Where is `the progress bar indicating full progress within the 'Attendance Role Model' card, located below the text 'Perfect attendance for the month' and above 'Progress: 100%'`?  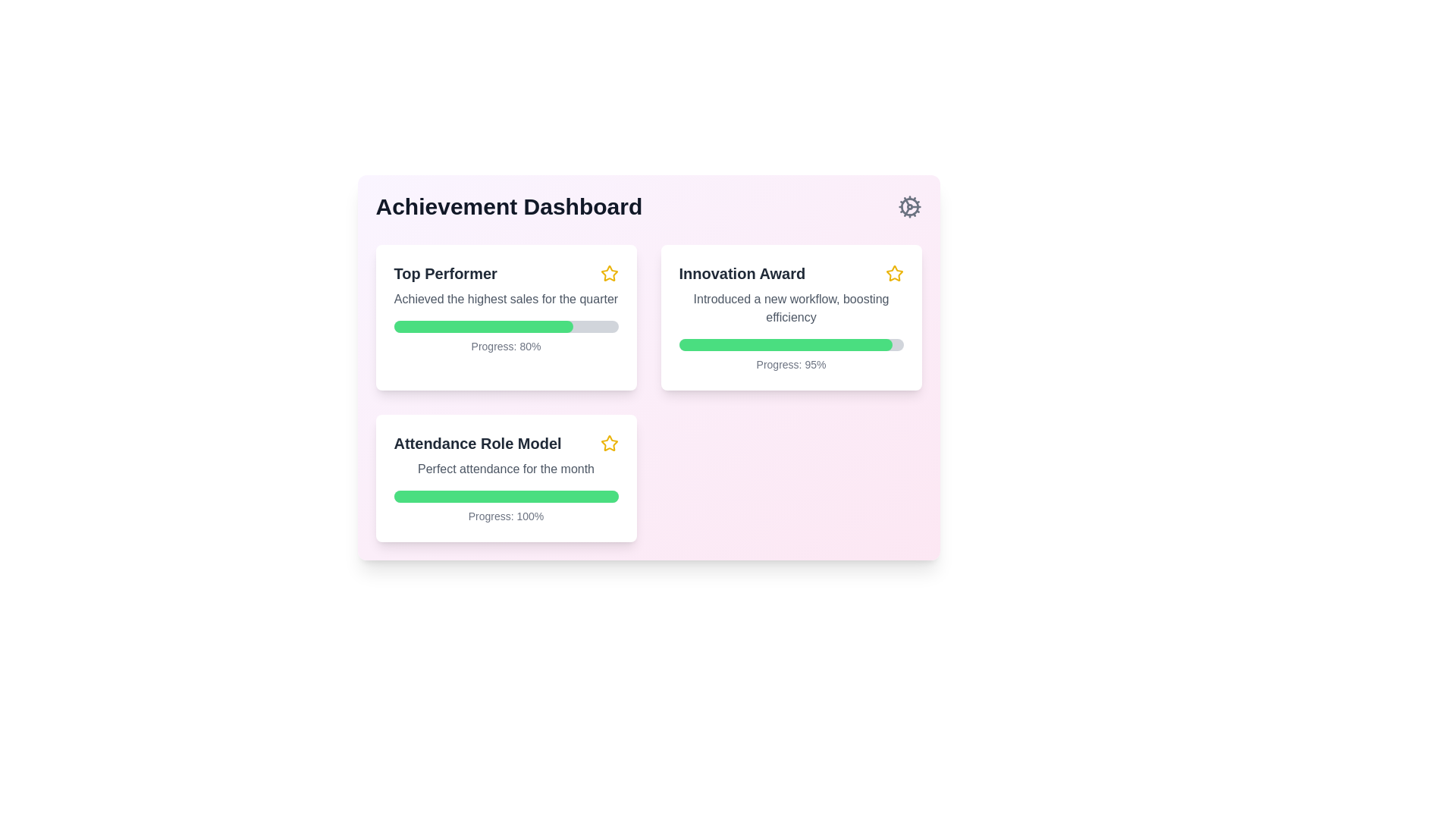 the progress bar indicating full progress within the 'Attendance Role Model' card, located below the text 'Perfect attendance for the month' and above 'Progress: 100%' is located at coordinates (506, 497).